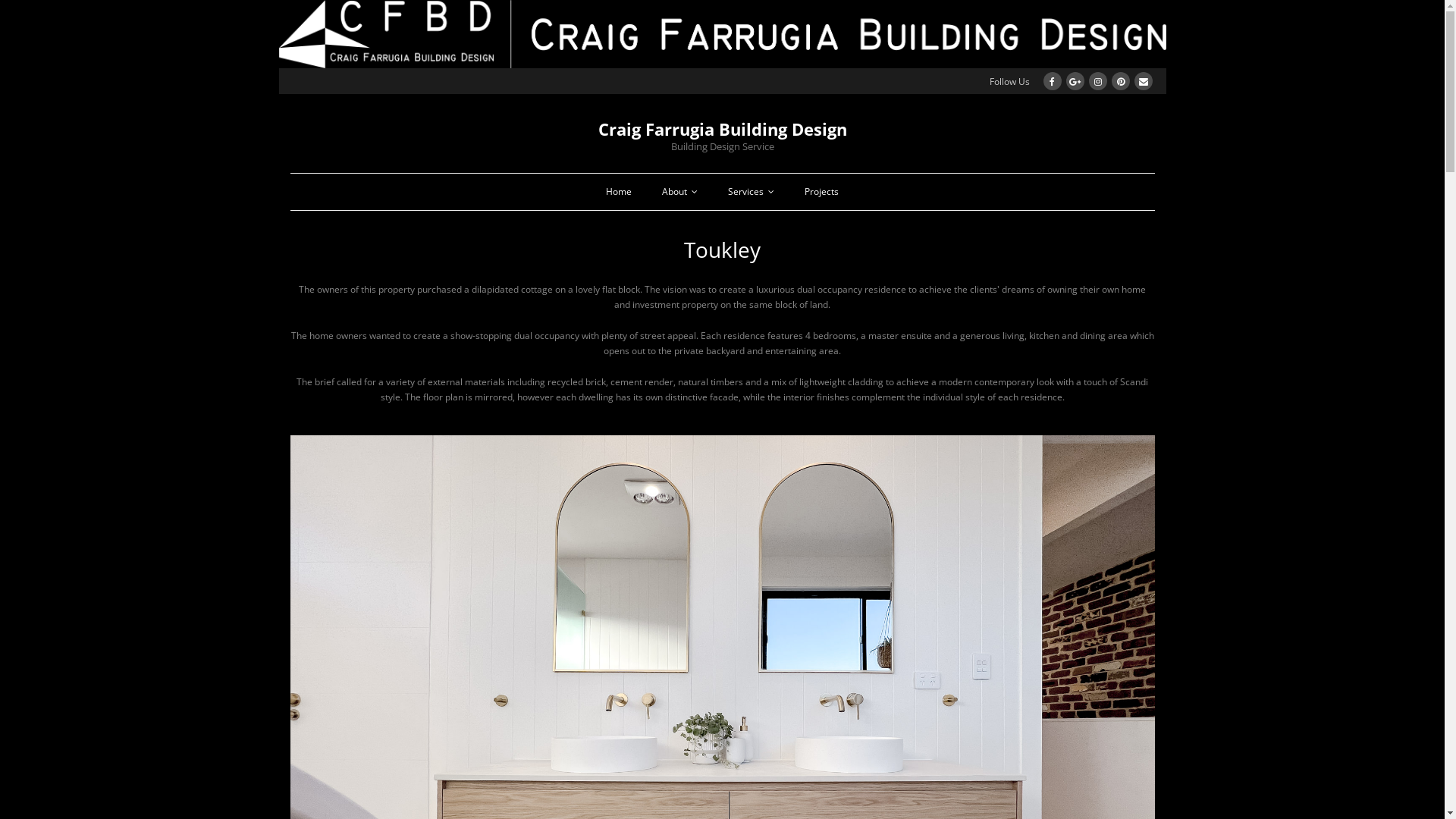 Image resolution: width=1456 pixels, height=819 pixels. I want to click on 'Projects', so click(821, 191).